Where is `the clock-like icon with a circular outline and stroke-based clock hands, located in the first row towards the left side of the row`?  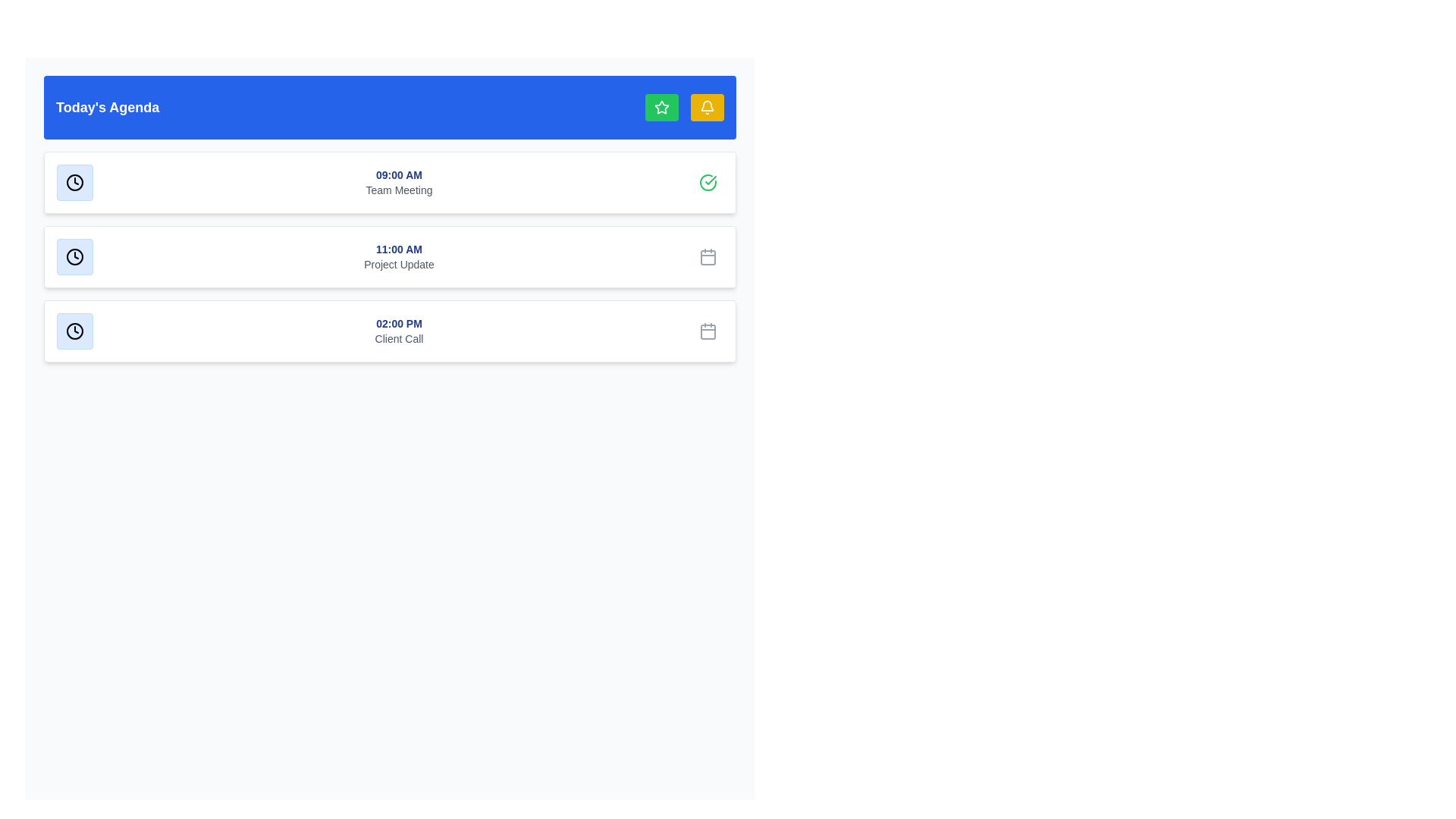
the clock-like icon with a circular outline and stroke-based clock hands, located in the first row towards the left side of the row is located at coordinates (74, 181).